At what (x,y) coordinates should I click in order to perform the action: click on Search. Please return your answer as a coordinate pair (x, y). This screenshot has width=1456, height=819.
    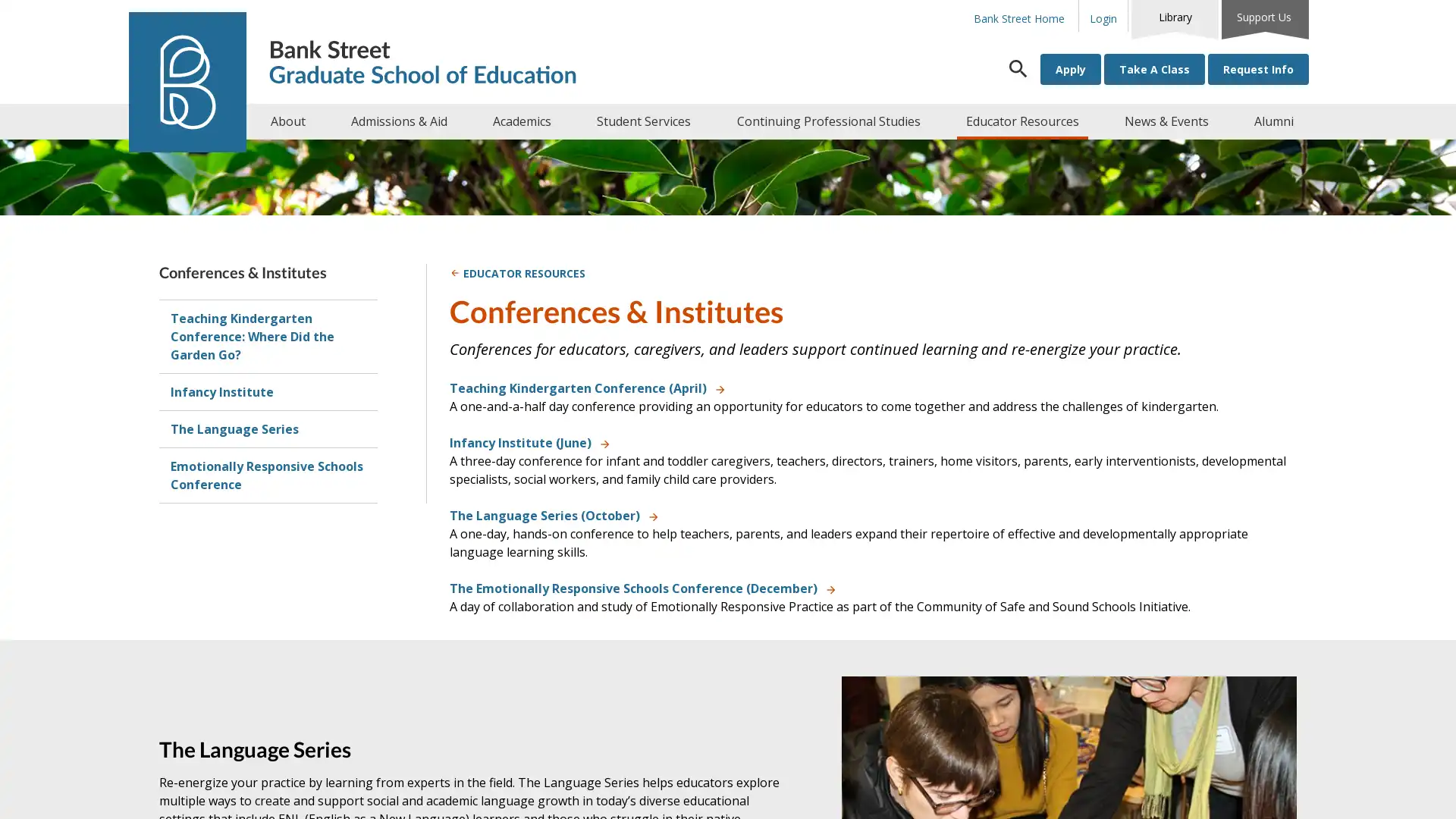
    Looking at the image, I should click on (1018, 68).